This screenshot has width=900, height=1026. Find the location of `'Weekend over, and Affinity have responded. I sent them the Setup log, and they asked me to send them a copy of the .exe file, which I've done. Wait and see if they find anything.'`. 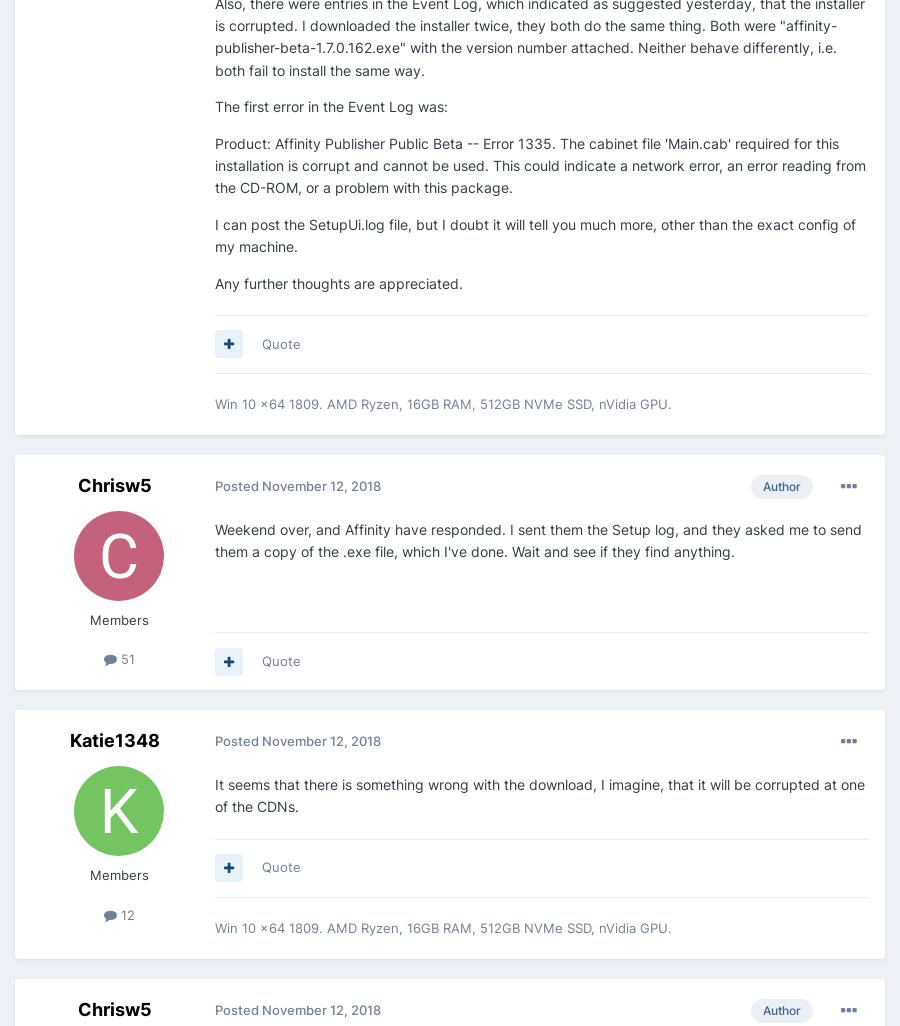

'Weekend over, and Affinity have responded. I sent them the Setup log, and they asked me to send them a copy of the .exe file, which I've done. Wait and see if they find anything.' is located at coordinates (537, 539).